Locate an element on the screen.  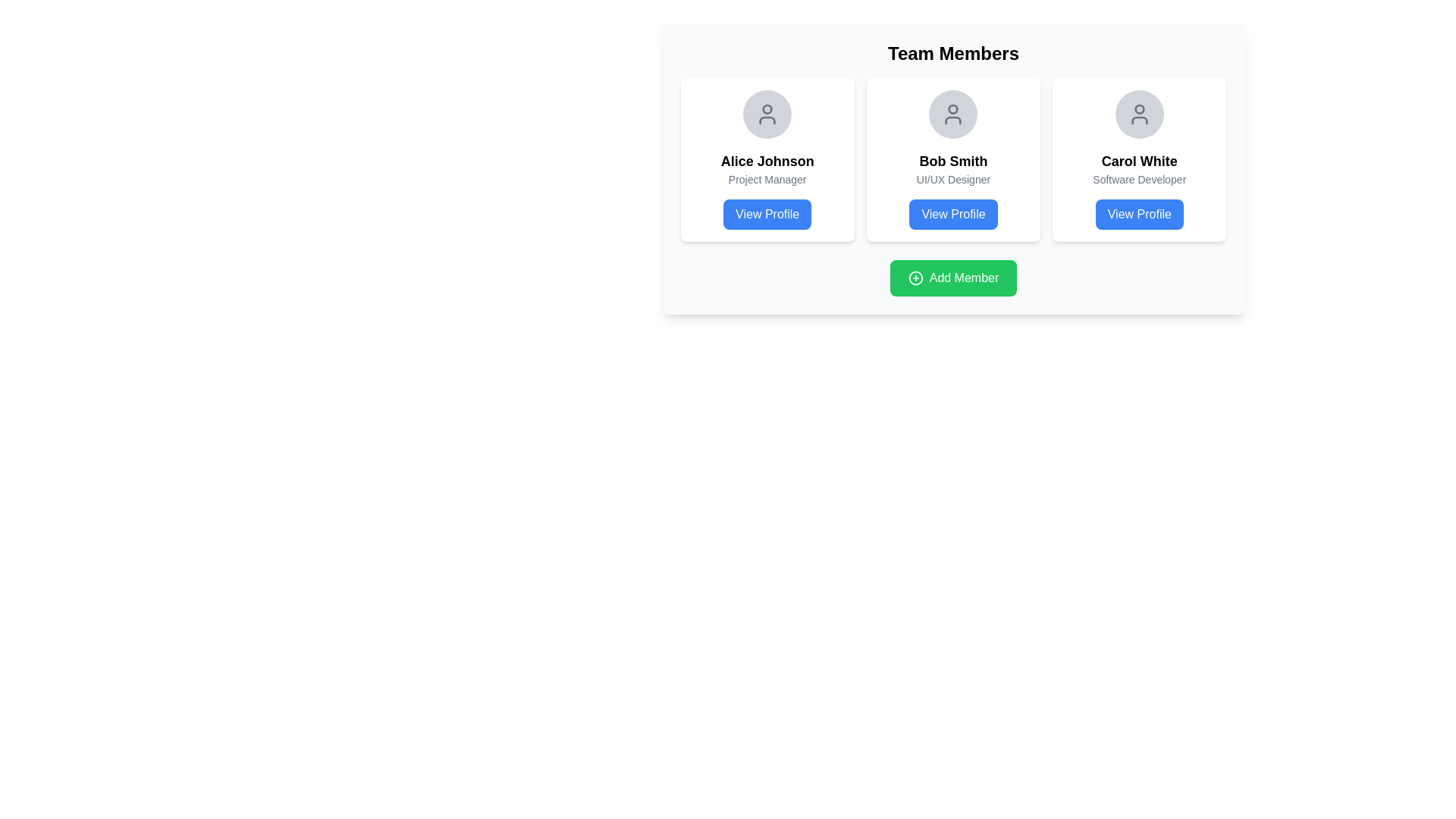
the Avatar/Icon Holder, a circular gray area with a centered user icon, located at the top of the profile card for 'Alice Johnson' is located at coordinates (767, 113).